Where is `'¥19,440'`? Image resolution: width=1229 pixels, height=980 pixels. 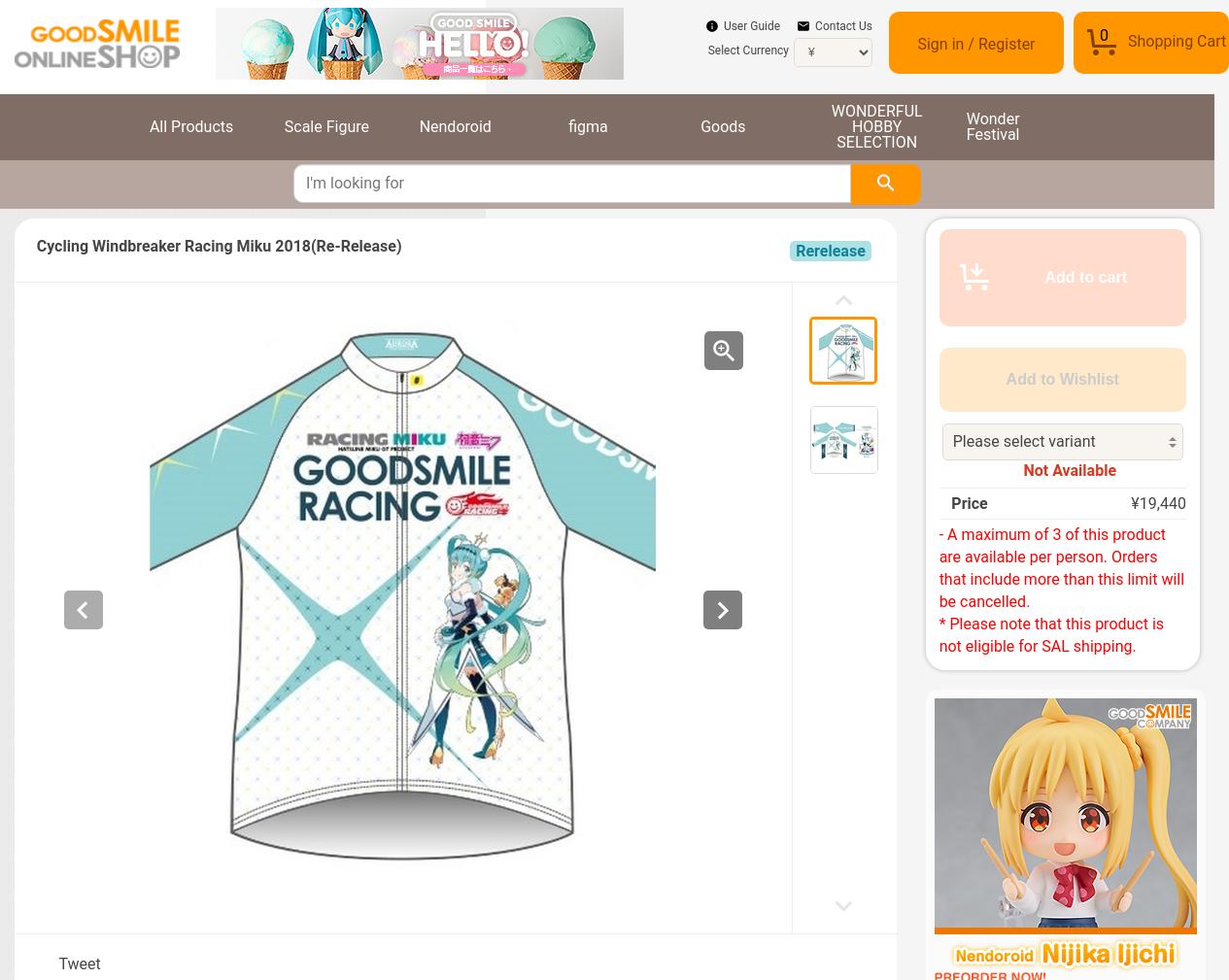
'¥19,440' is located at coordinates (1158, 503).